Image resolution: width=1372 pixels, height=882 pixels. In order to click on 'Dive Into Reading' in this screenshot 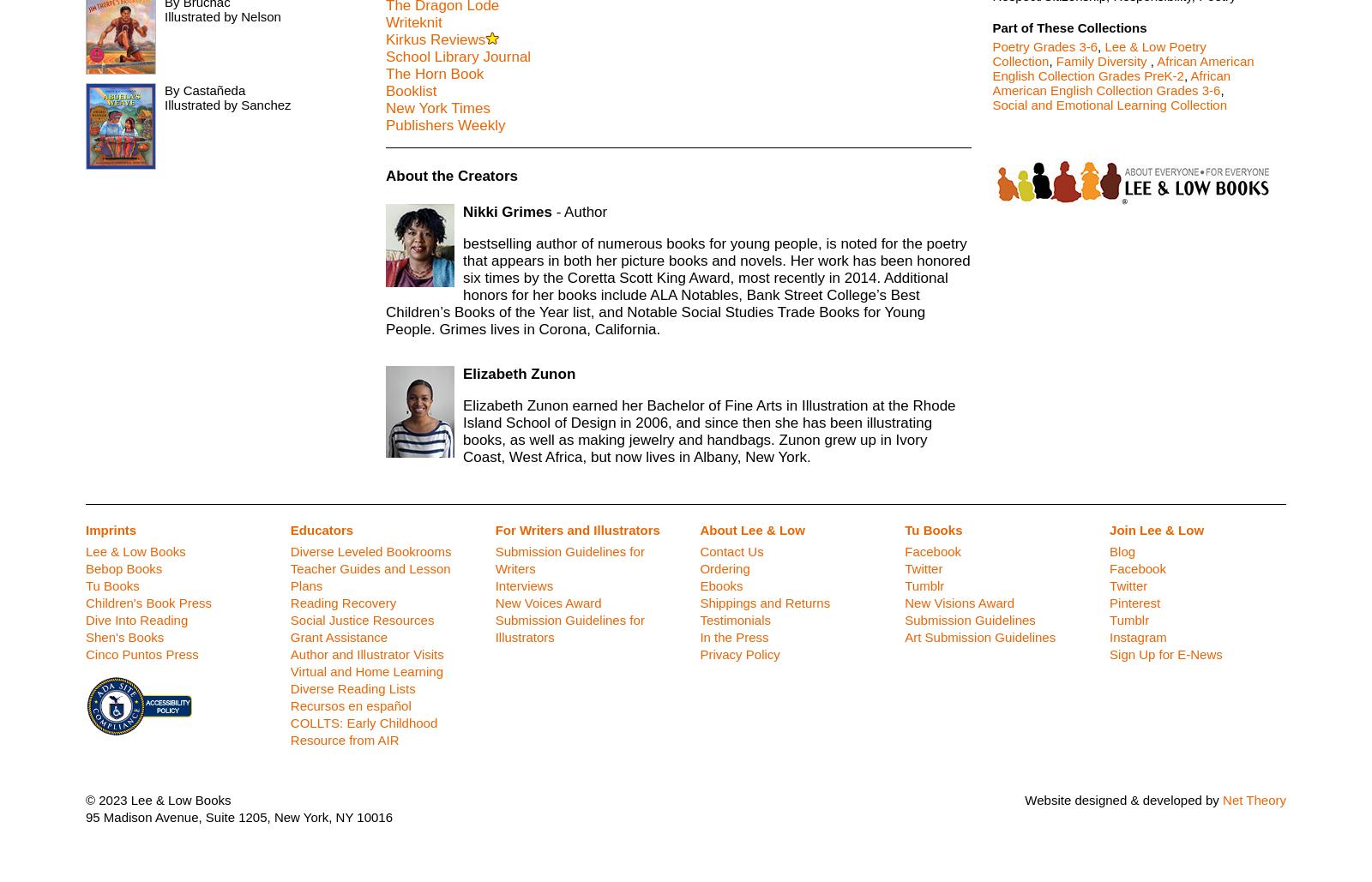, I will do `click(135, 619)`.